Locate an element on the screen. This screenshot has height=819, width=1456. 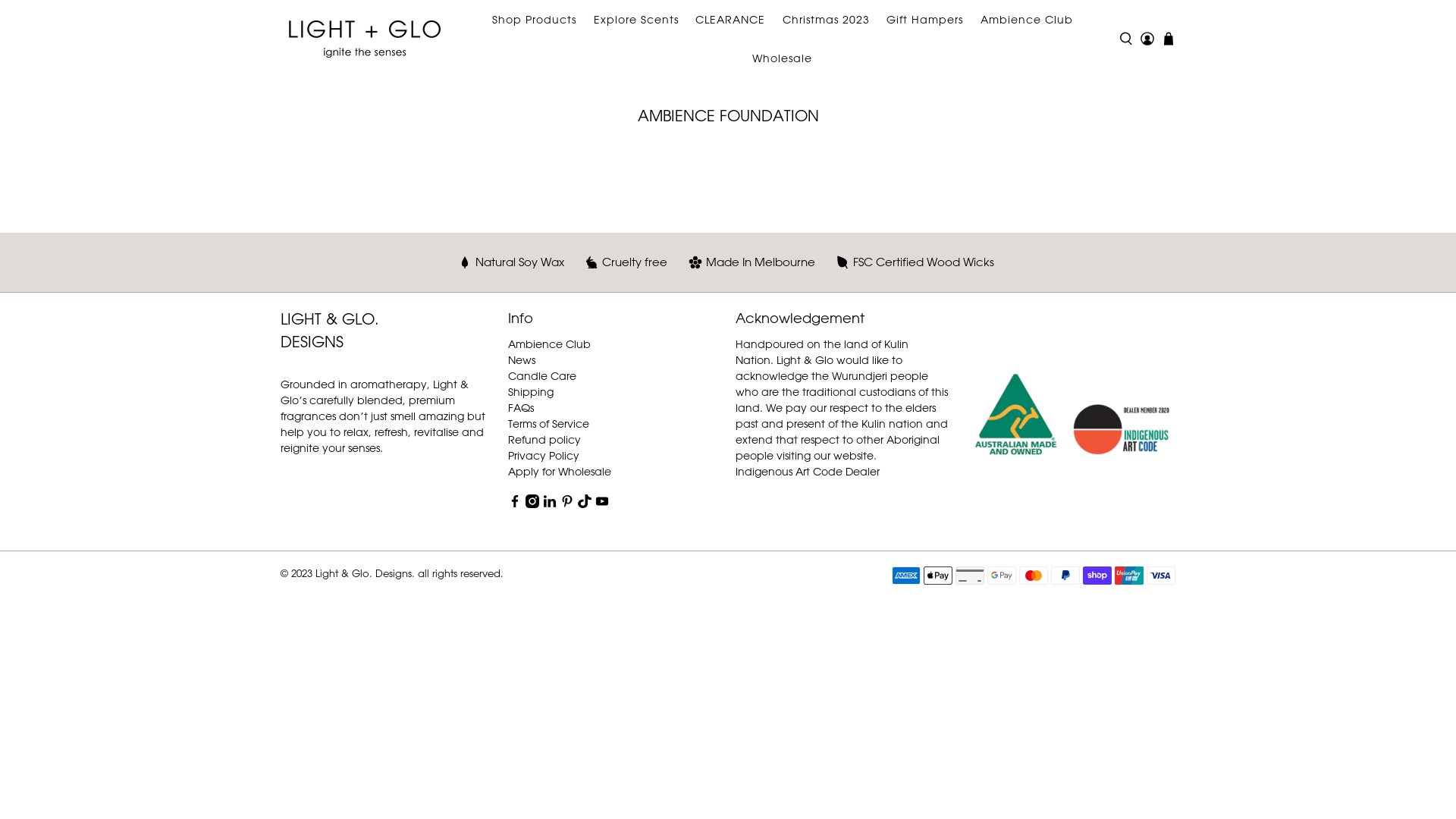
'Gift Hampers' is located at coordinates (924, 19).